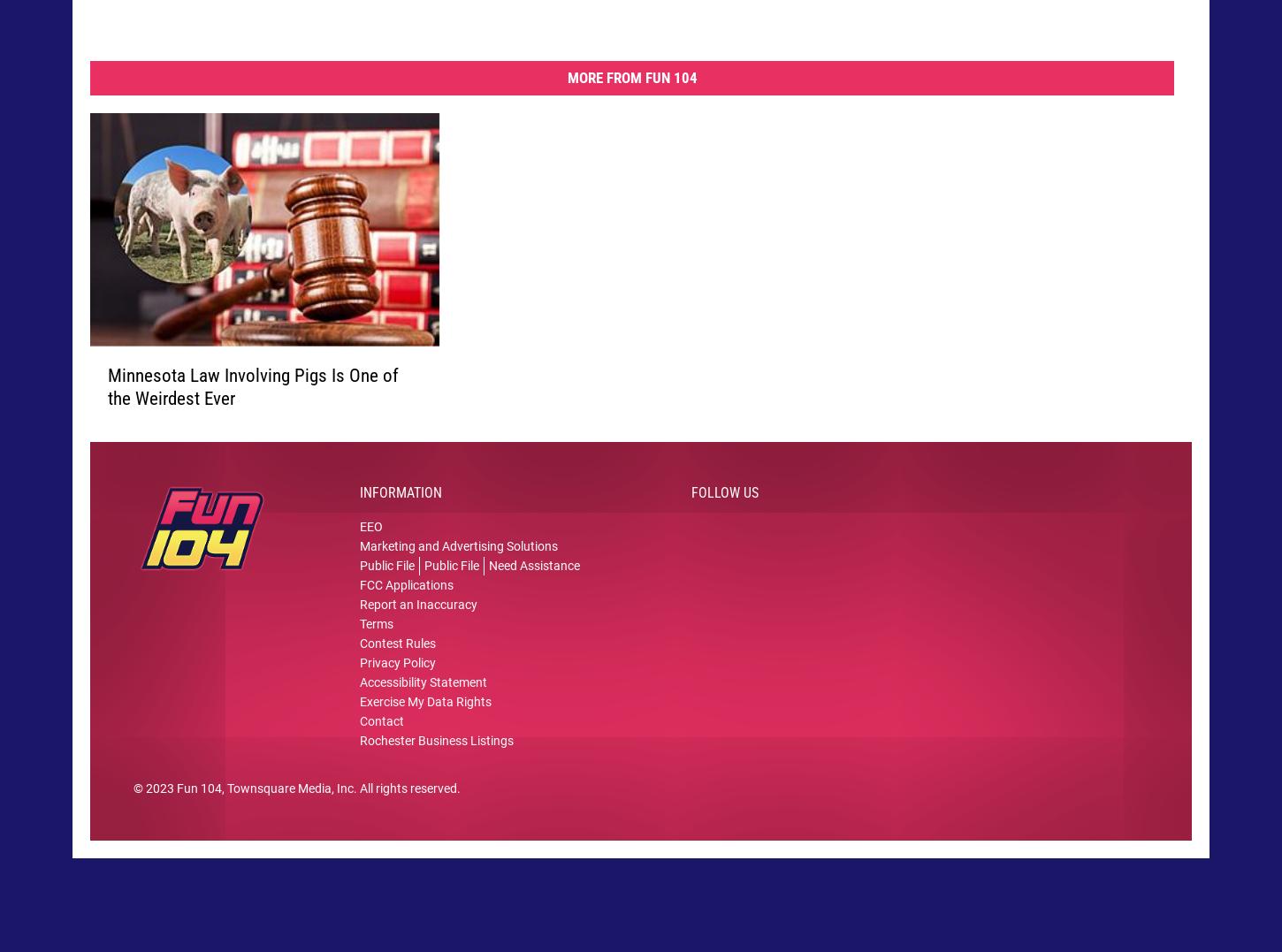 This screenshot has width=1282, height=952. I want to click on 'More From Fun 104', so click(630, 92).